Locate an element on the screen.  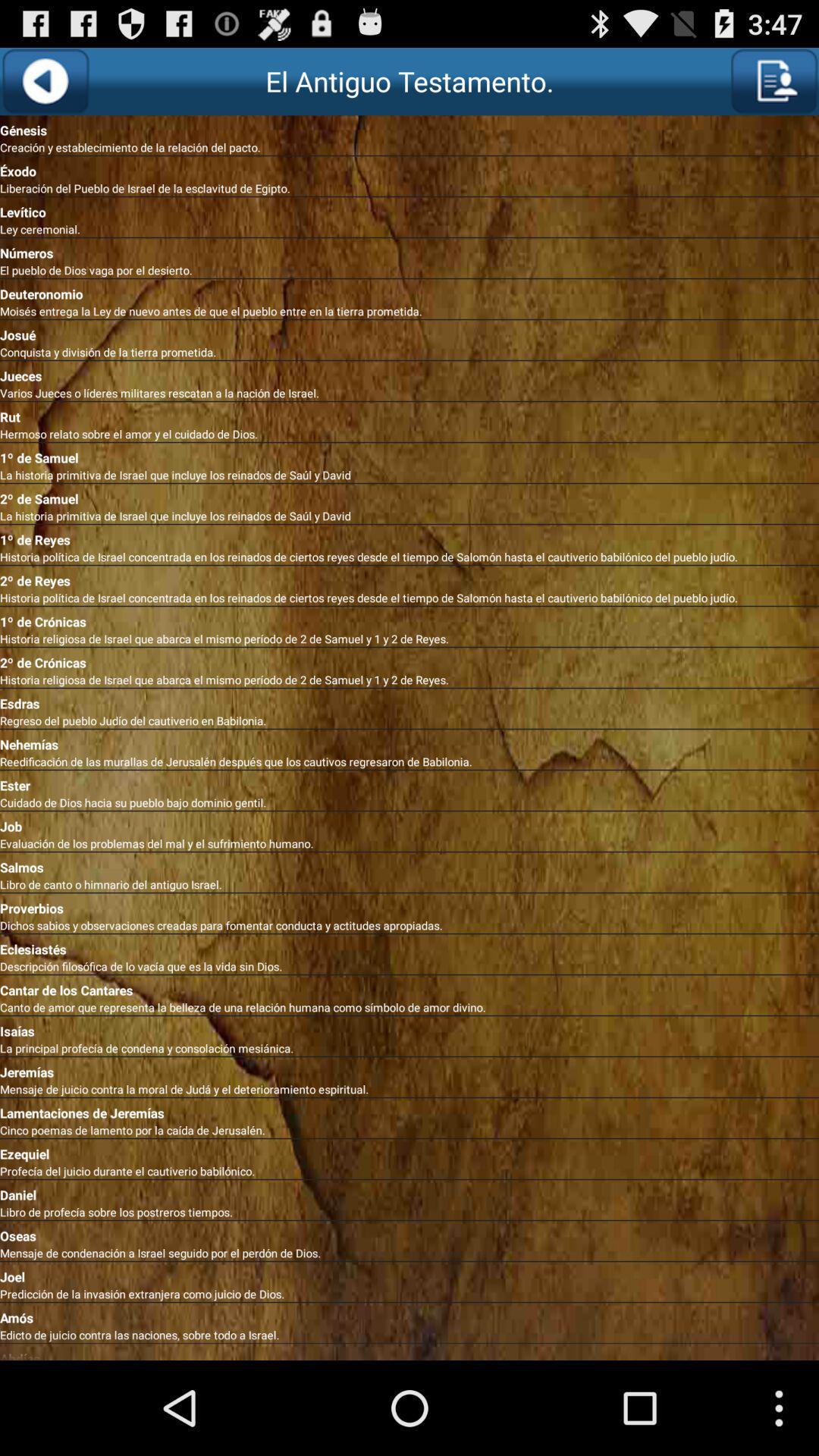
the daniel is located at coordinates (409, 1191).